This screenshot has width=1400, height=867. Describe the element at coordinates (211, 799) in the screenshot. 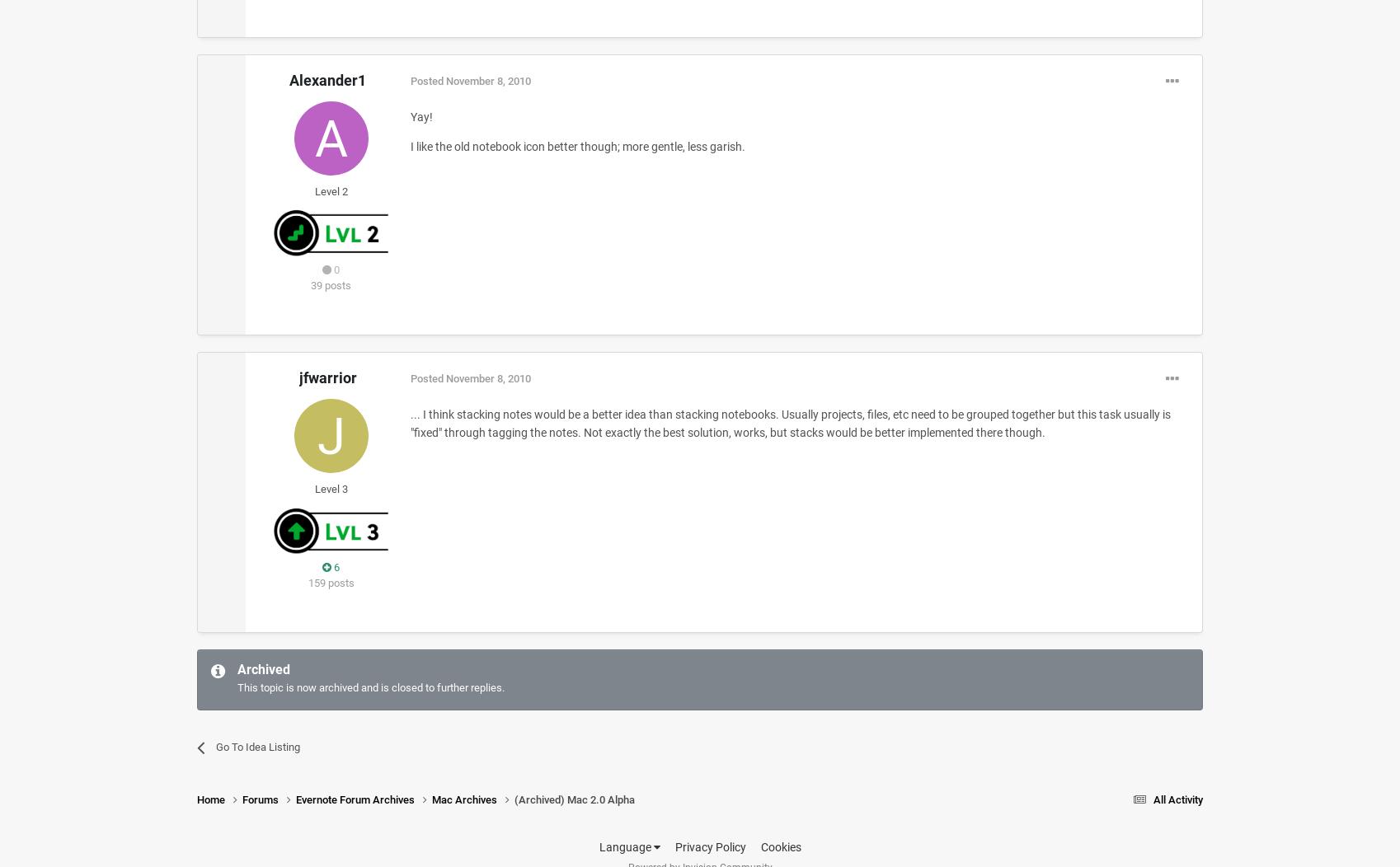

I see `'Home'` at that location.